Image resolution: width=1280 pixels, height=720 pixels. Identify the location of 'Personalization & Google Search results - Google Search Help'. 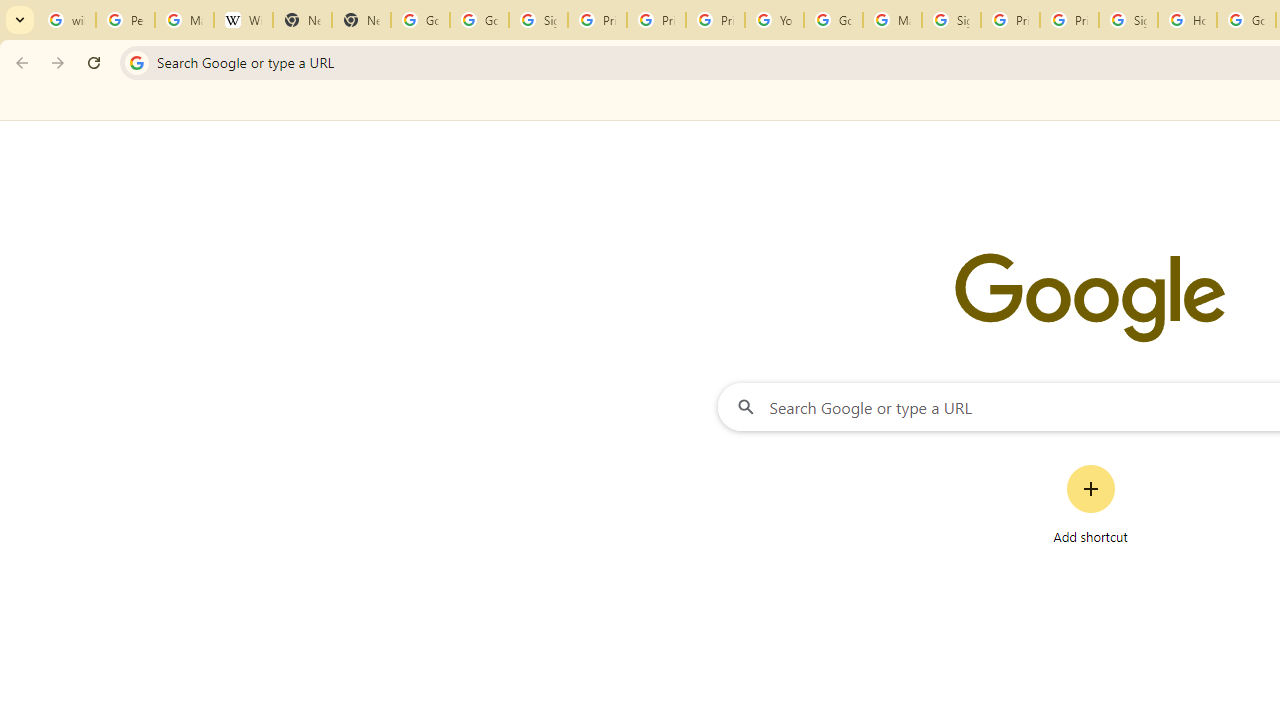
(124, 20).